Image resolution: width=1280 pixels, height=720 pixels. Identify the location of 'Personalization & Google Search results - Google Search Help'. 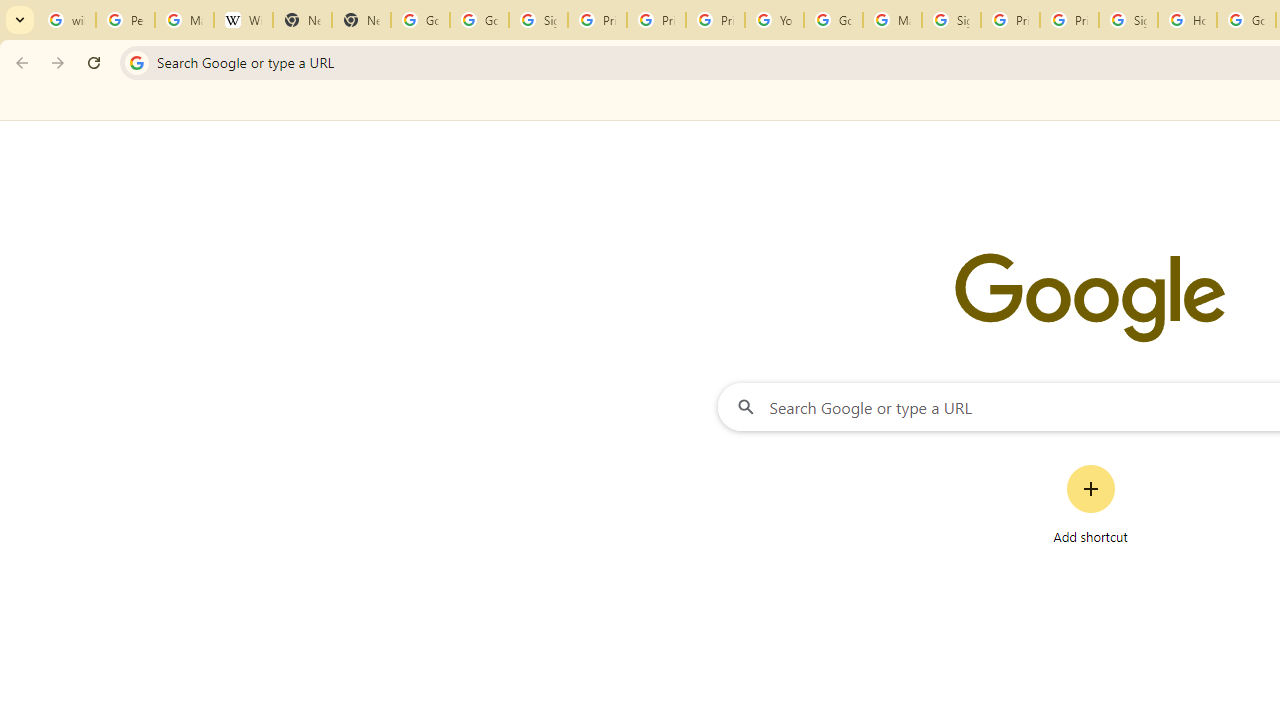
(124, 20).